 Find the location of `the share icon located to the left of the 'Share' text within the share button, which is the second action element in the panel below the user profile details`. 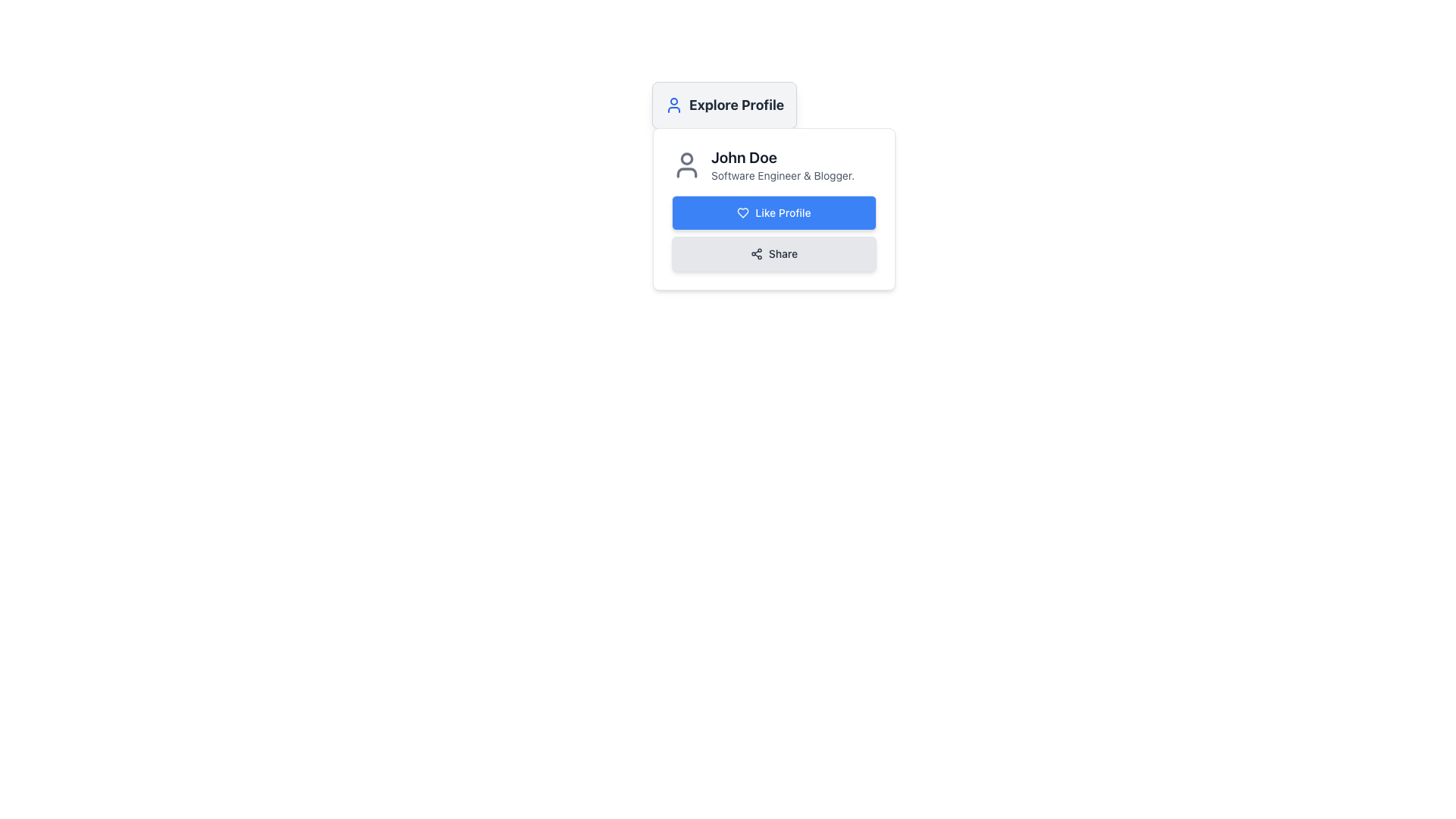

the share icon located to the left of the 'Share' text within the share button, which is the second action element in the panel below the user profile details is located at coordinates (756, 253).